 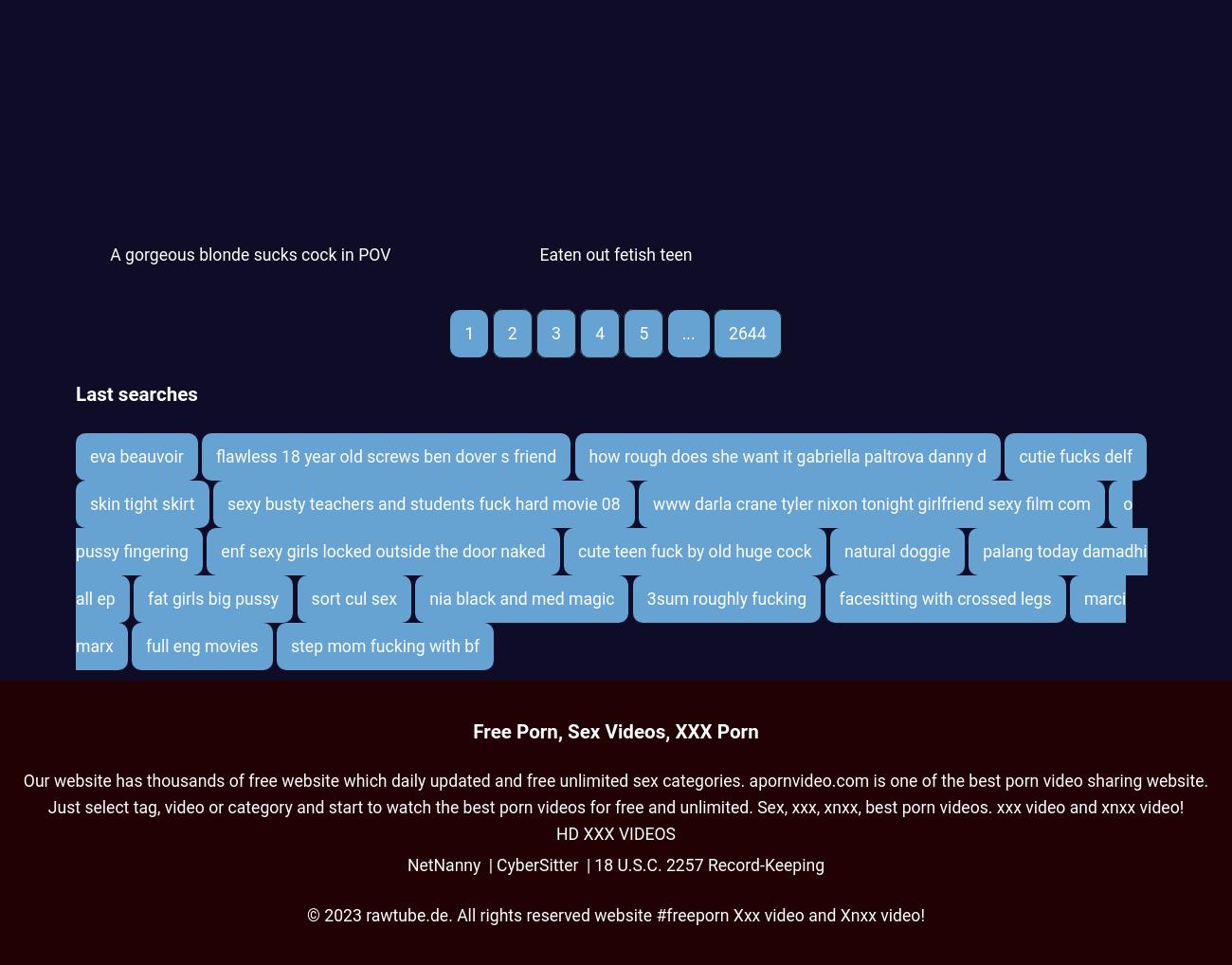 I want to click on 'skin tight skirt', so click(x=141, y=501).